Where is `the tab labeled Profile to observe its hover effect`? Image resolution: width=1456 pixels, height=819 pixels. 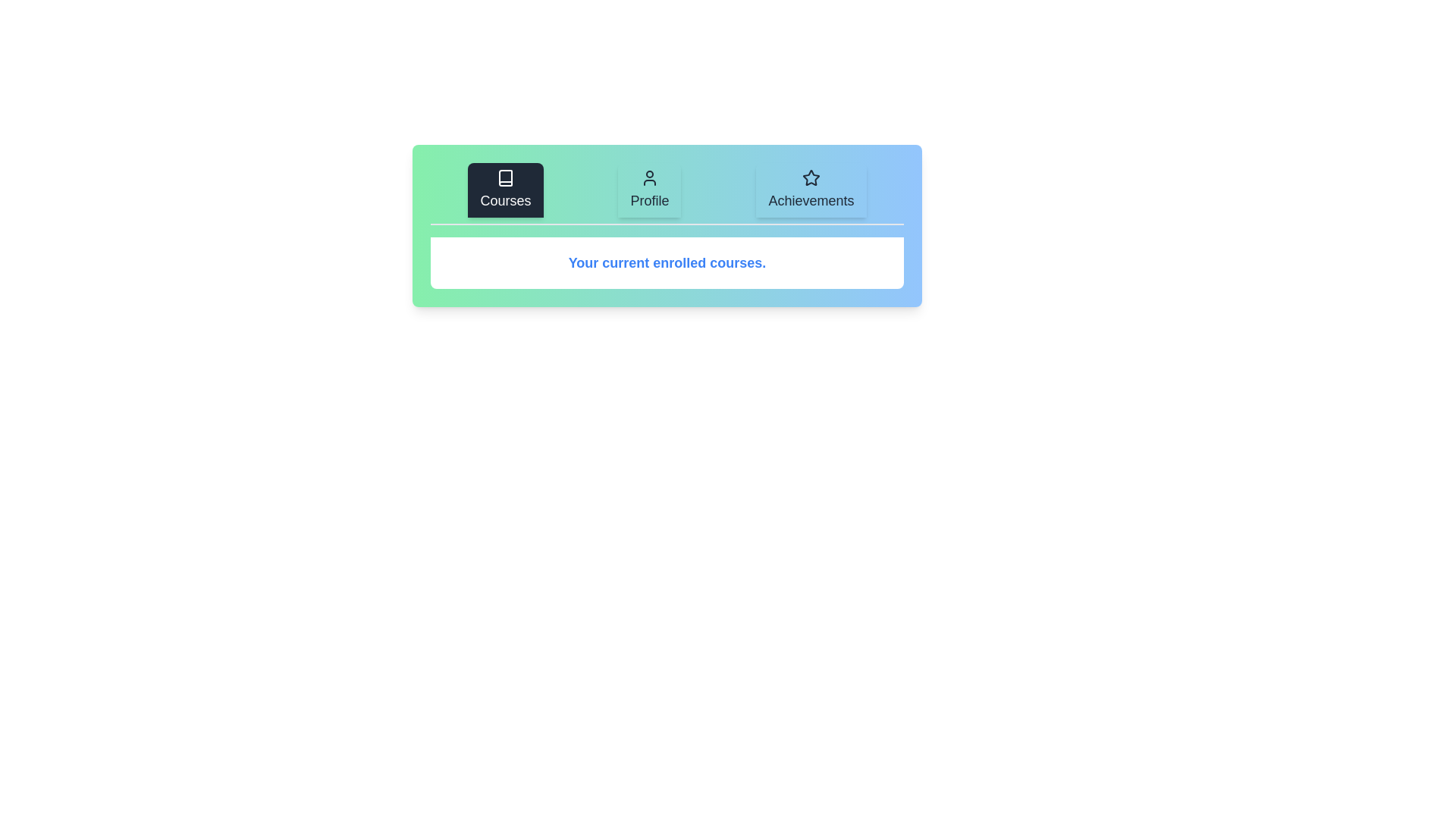
the tab labeled Profile to observe its hover effect is located at coordinates (649, 189).